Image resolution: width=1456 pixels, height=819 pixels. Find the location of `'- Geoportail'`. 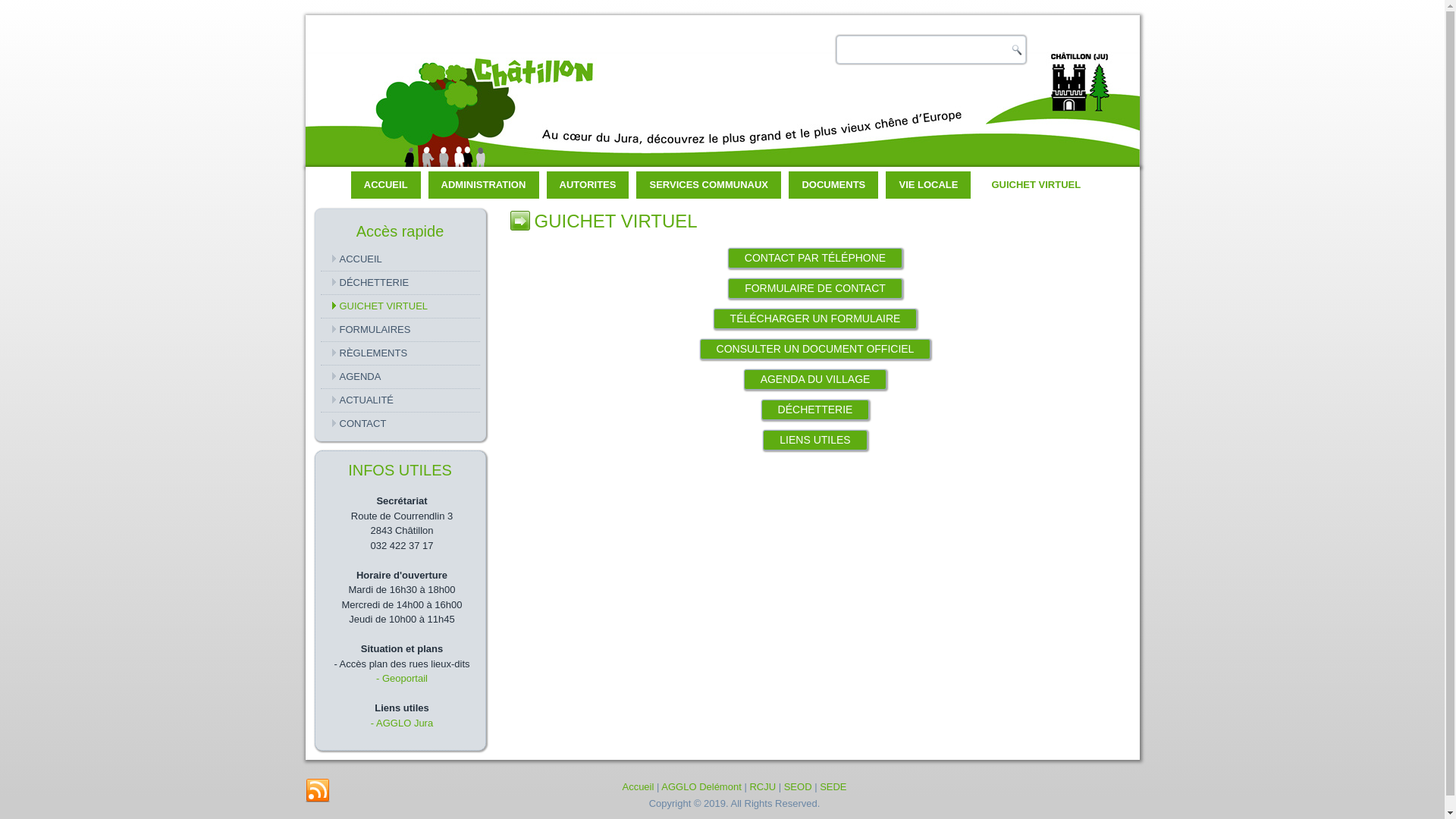

'- Geoportail' is located at coordinates (401, 677).